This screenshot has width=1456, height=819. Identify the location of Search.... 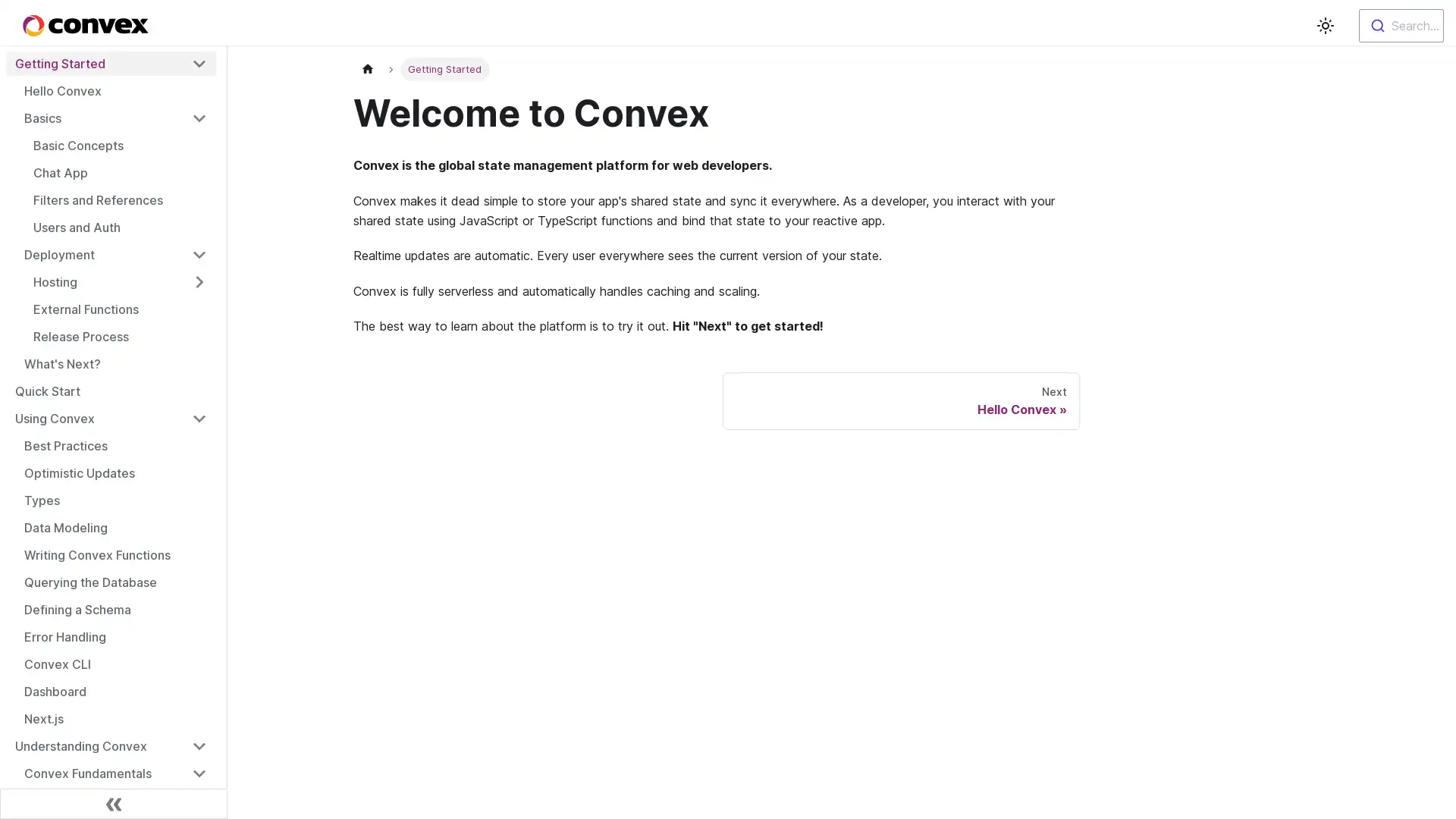
(1401, 26).